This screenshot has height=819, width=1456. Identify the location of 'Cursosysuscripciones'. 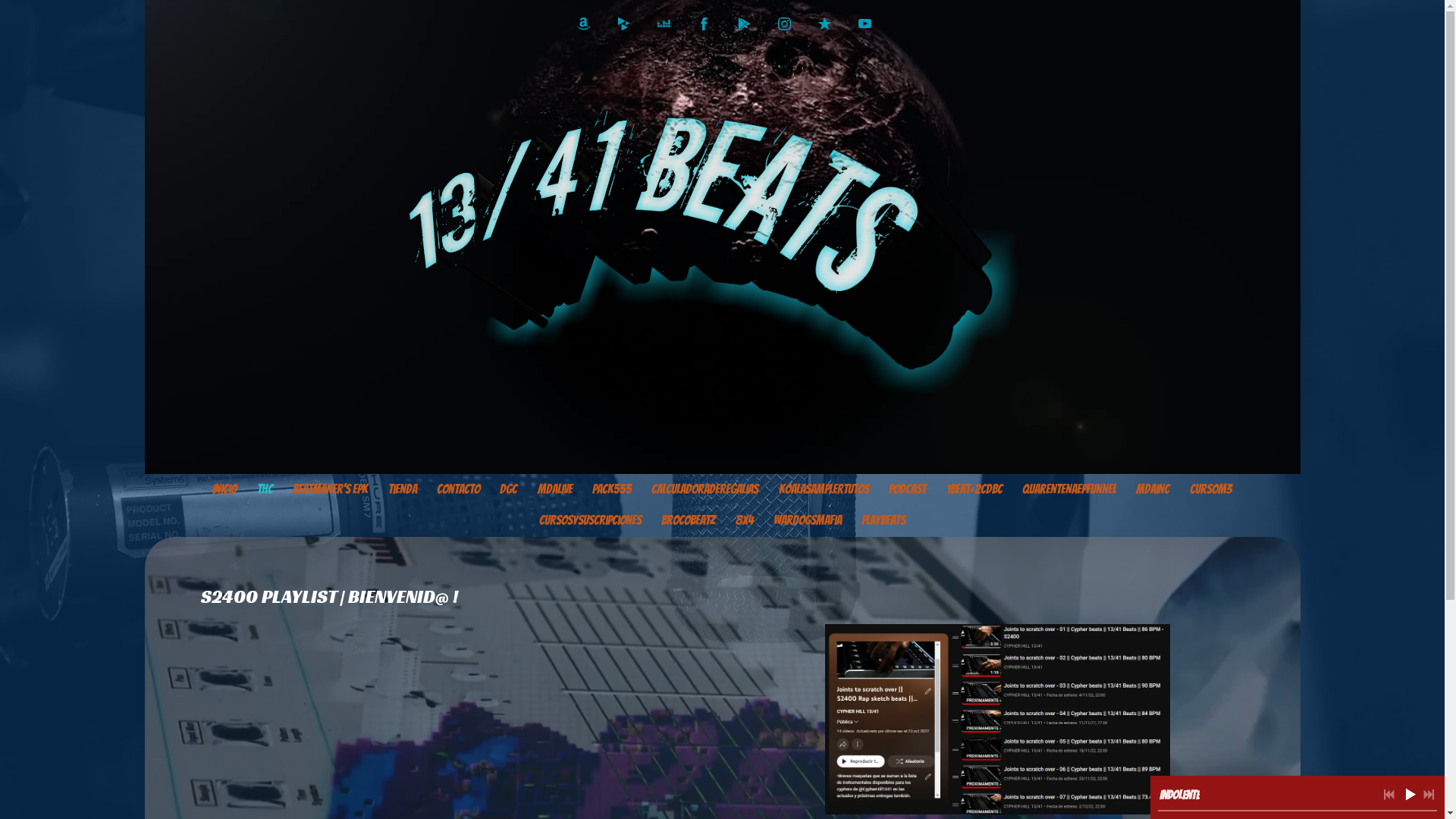
(589, 519).